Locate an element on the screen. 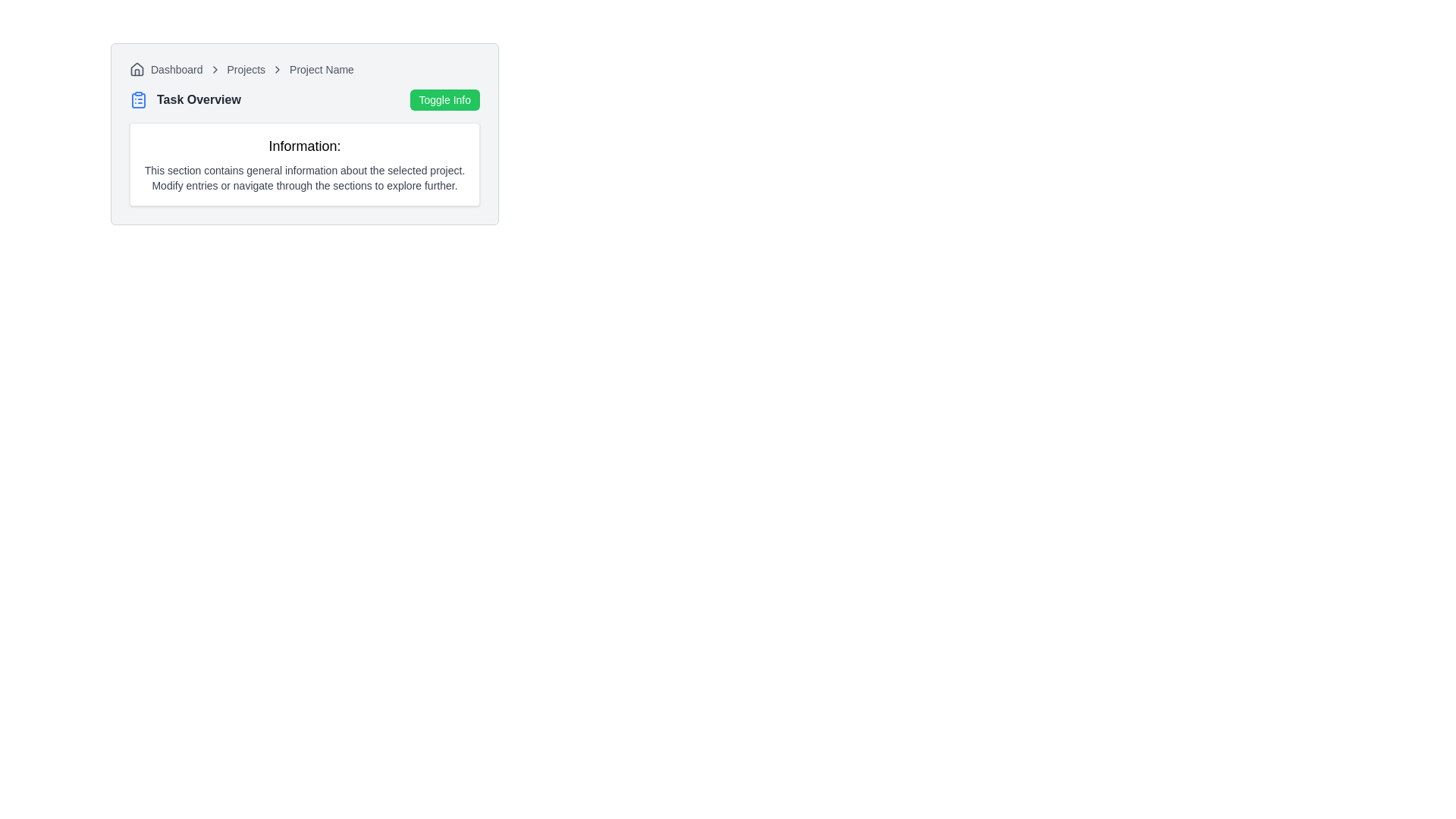 This screenshot has height=819, width=1456. the visual separator icon between the 'Dashboard' and 'Projects' in the breadcrumb navigation bar at the top-left of the application interface is located at coordinates (214, 70).